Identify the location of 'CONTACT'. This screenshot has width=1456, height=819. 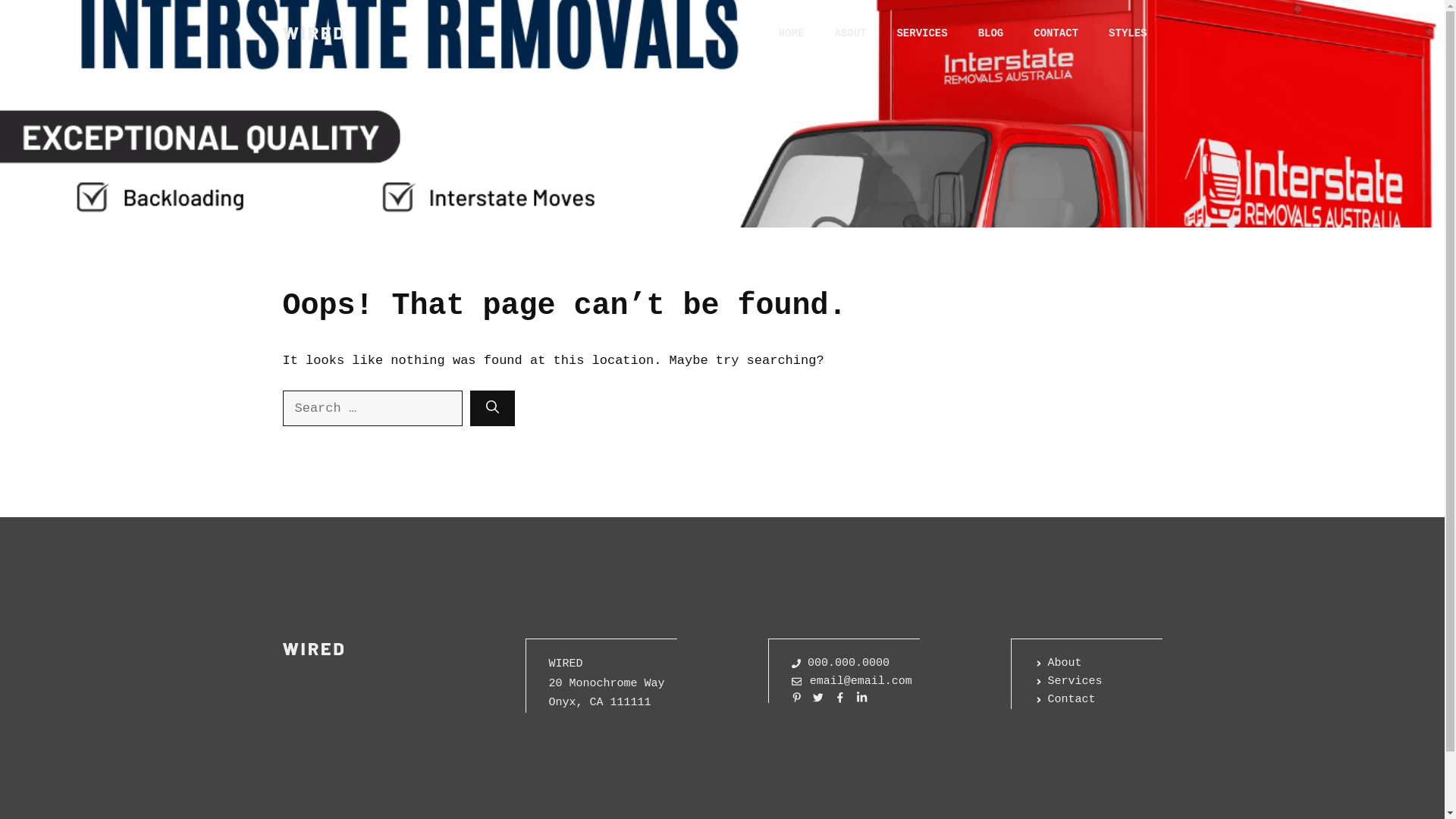
(1055, 33).